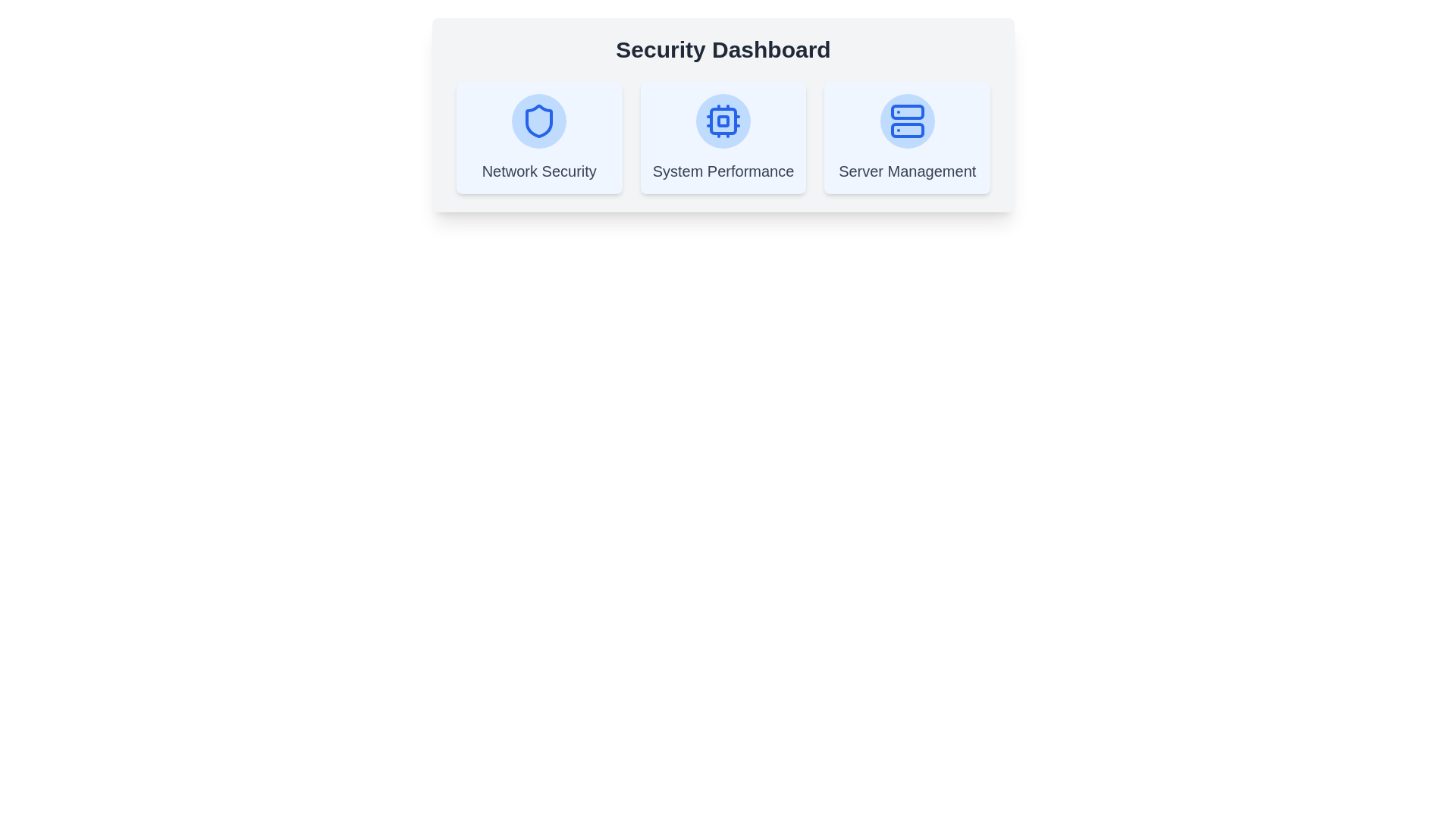  Describe the element at coordinates (907, 130) in the screenshot. I see `the bottom rectangular component with a blue fill within the 'Server Management' icon, which is located below the dashboard header` at that location.